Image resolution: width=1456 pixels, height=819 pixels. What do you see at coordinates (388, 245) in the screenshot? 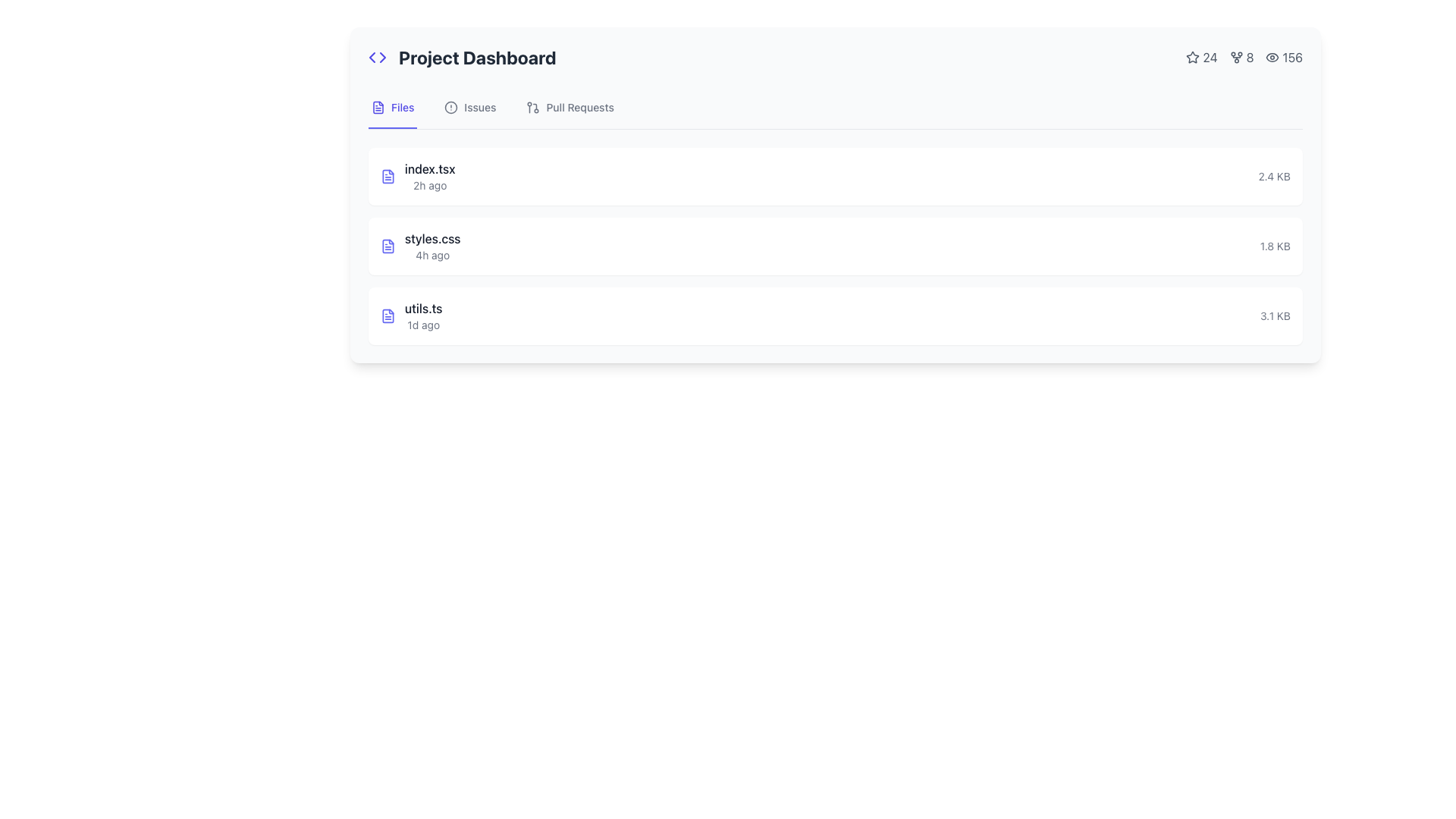
I see `the icon representing the file 'styles.css' located in the second row of the file listing section` at bounding box center [388, 245].